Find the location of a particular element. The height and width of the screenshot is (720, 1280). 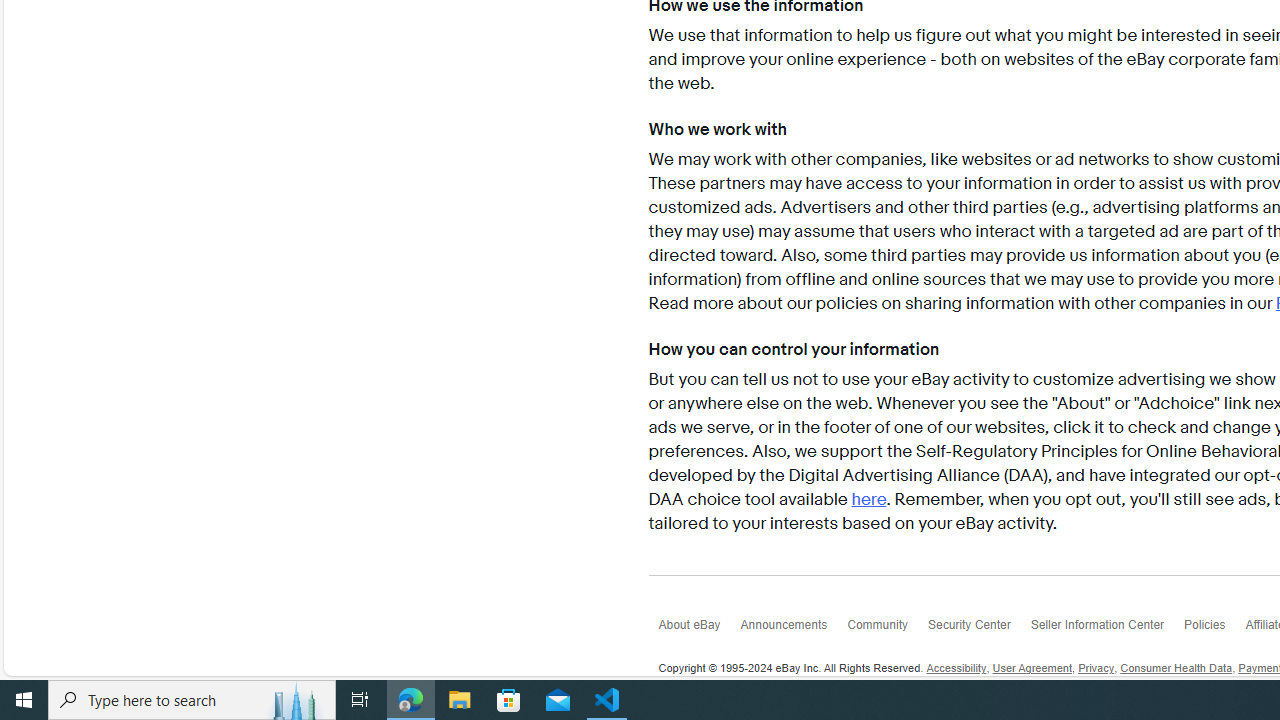

'Community' is located at coordinates (886, 630).